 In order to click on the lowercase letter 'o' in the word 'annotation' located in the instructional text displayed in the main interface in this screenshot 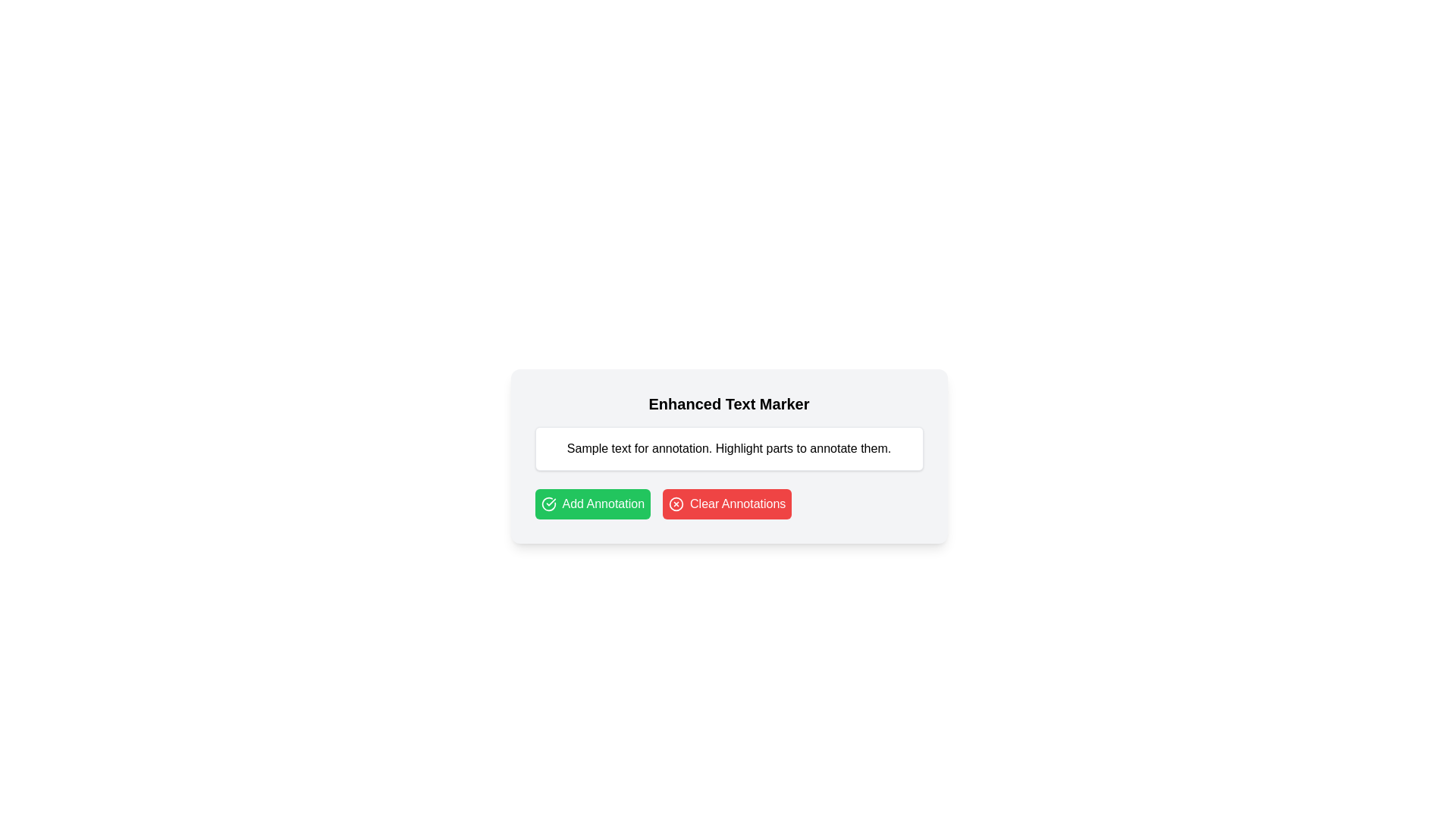, I will do `click(675, 447)`.